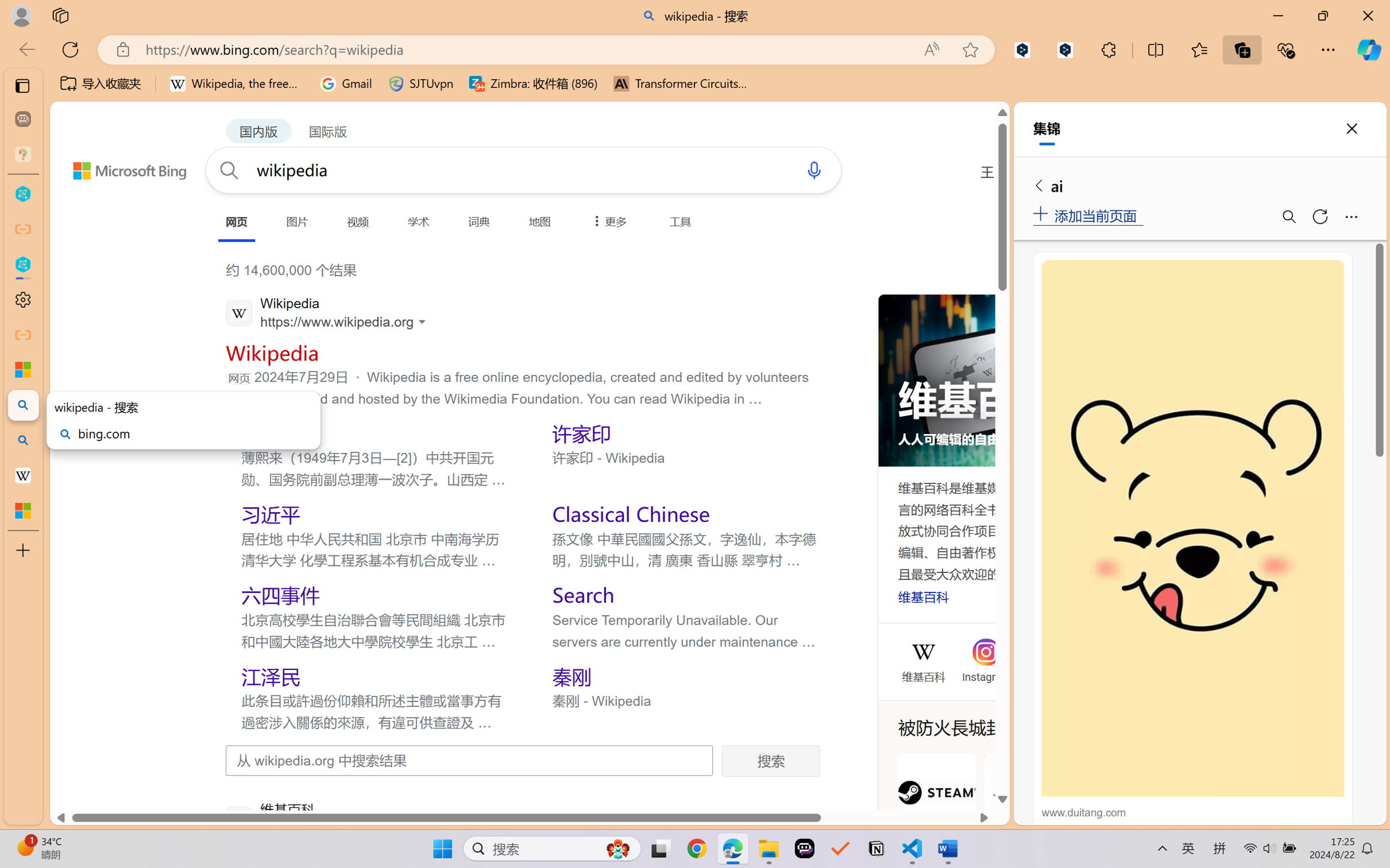 The width and height of the screenshot is (1390, 868). I want to click on 'Steam', so click(936, 804).